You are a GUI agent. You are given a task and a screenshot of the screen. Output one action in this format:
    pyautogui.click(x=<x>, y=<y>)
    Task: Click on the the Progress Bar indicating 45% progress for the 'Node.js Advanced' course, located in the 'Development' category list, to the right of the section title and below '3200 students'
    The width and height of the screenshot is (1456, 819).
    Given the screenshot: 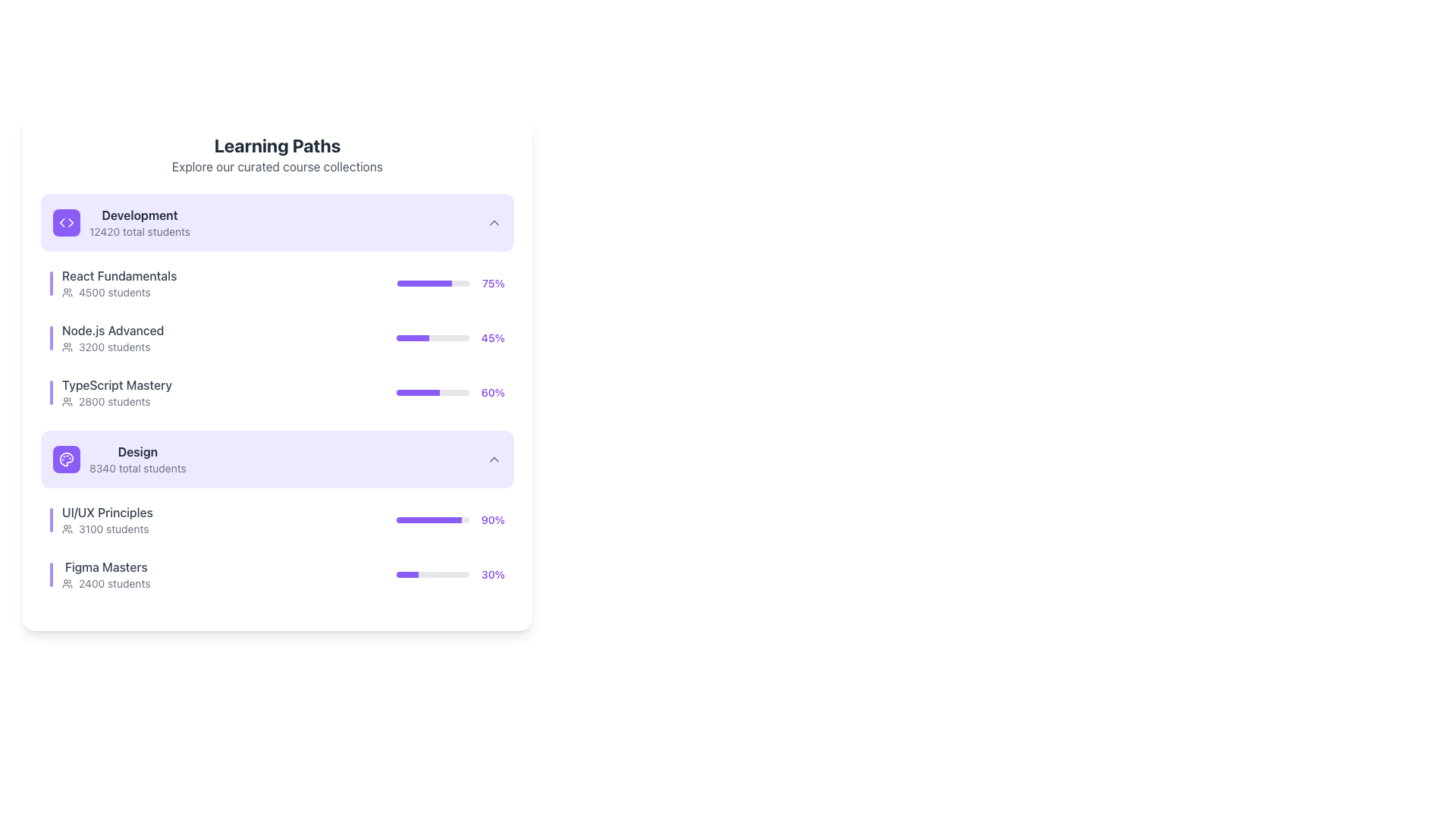 What is the action you would take?
    pyautogui.click(x=431, y=337)
    